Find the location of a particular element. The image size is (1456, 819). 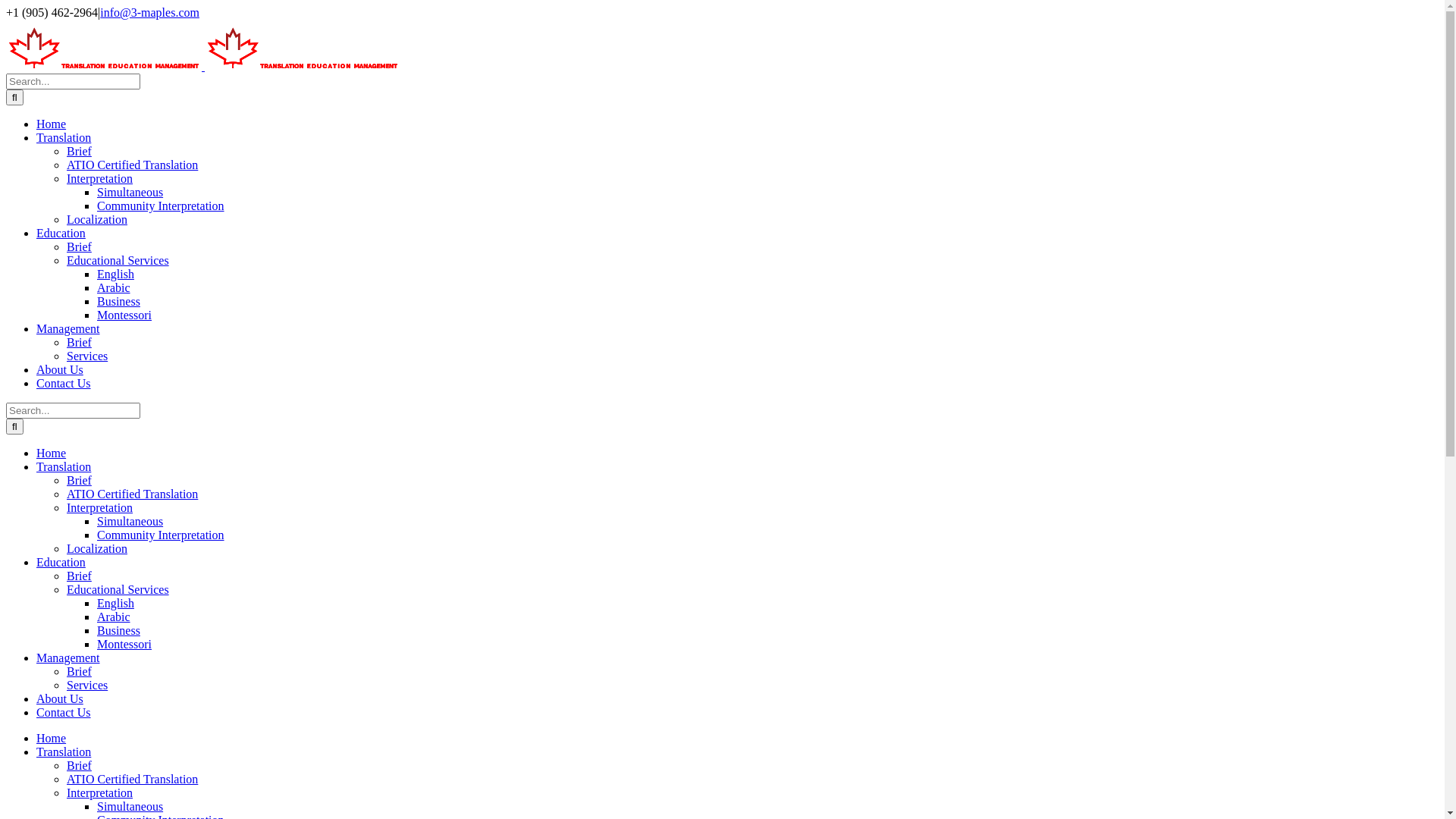

'Educational Services' is located at coordinates (117, 259).